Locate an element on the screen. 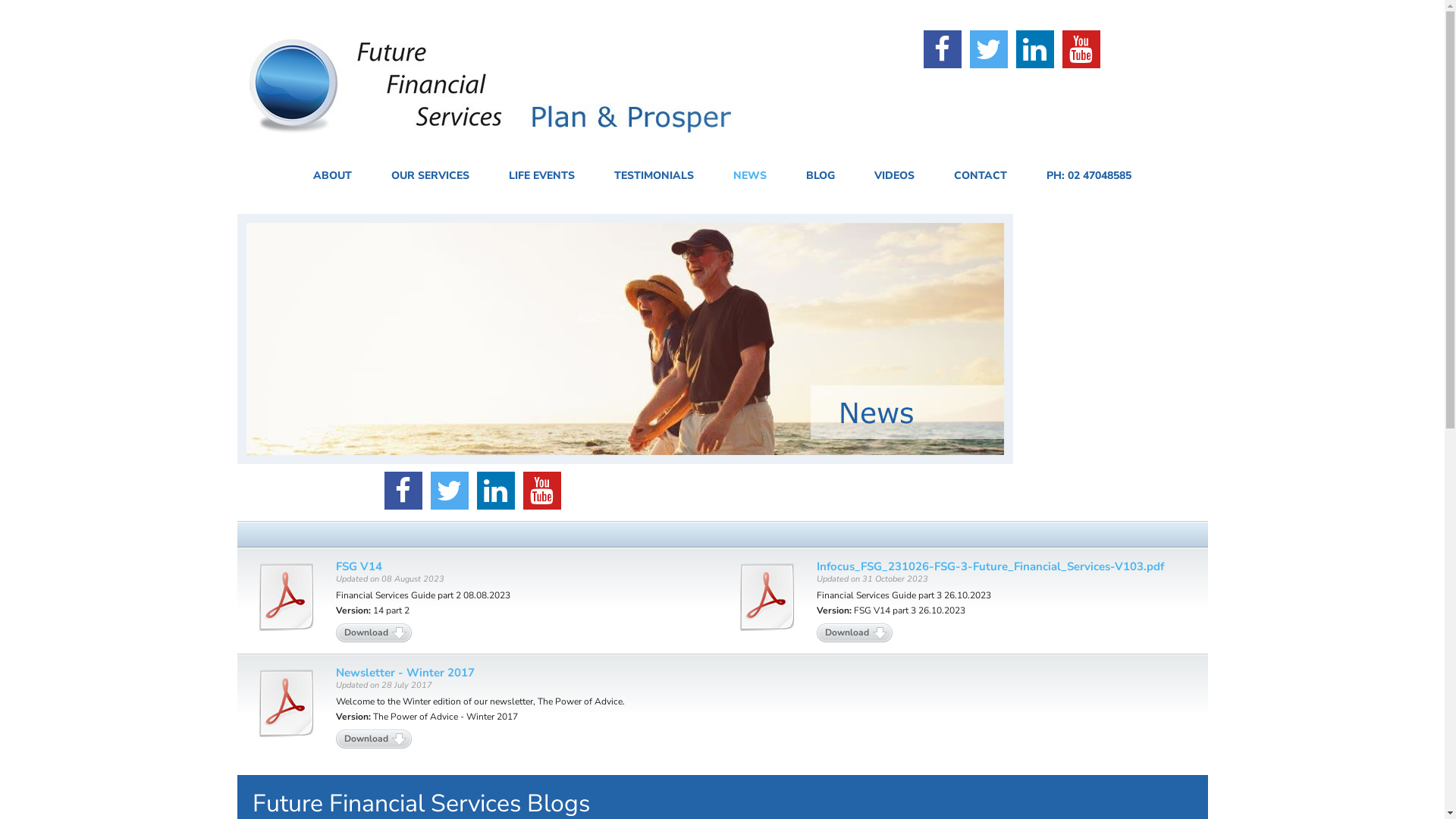 This screenshot has width=1456, height=819. 'Download' is located at coordinates (815, 632).